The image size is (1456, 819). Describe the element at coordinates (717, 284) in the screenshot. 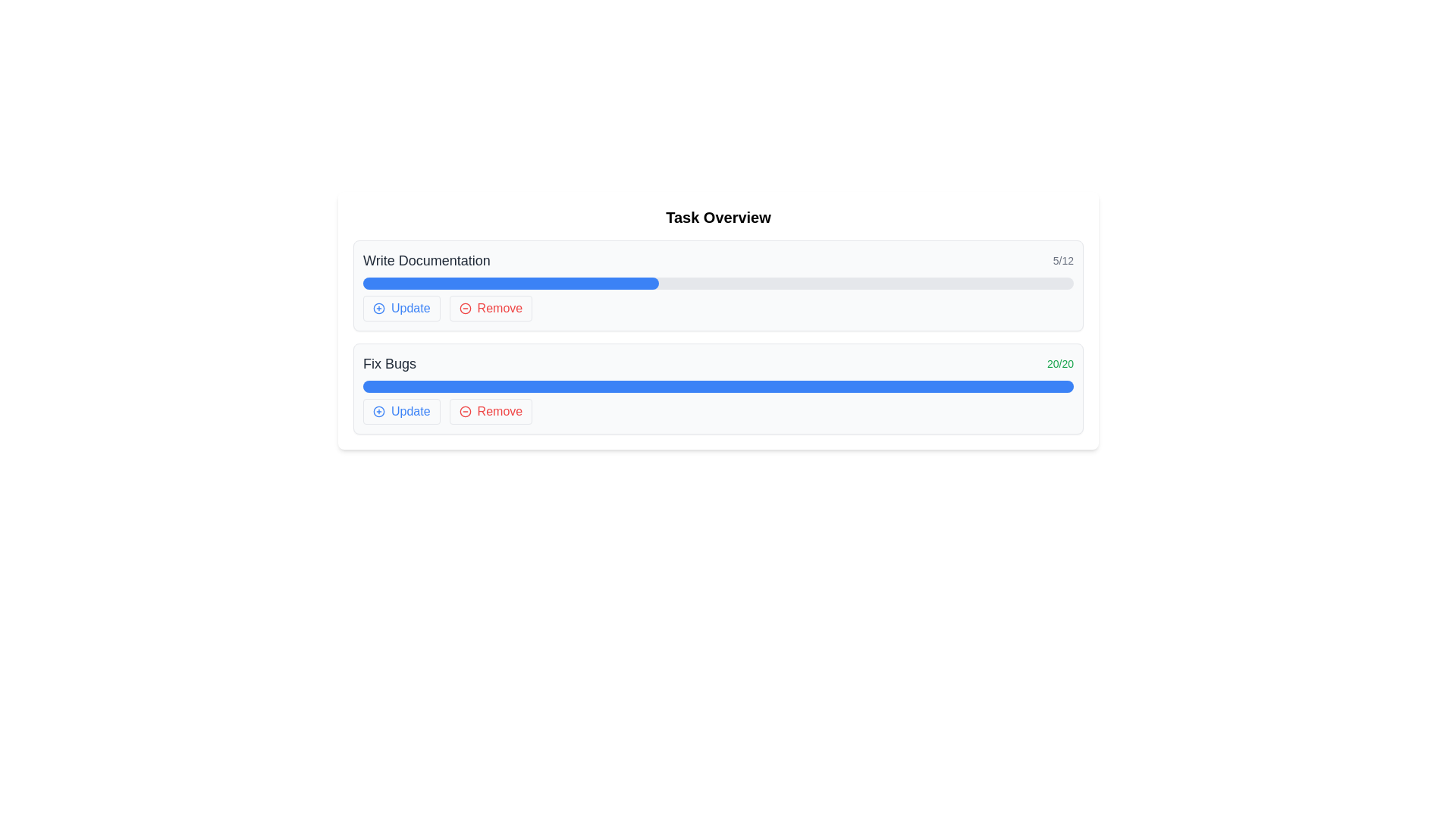

I see `the progress bar indicating 41.67% progress, located below the title 'Write Documentation 5/12' and above the action buttons 'Update' and 'Remove'` at that location.